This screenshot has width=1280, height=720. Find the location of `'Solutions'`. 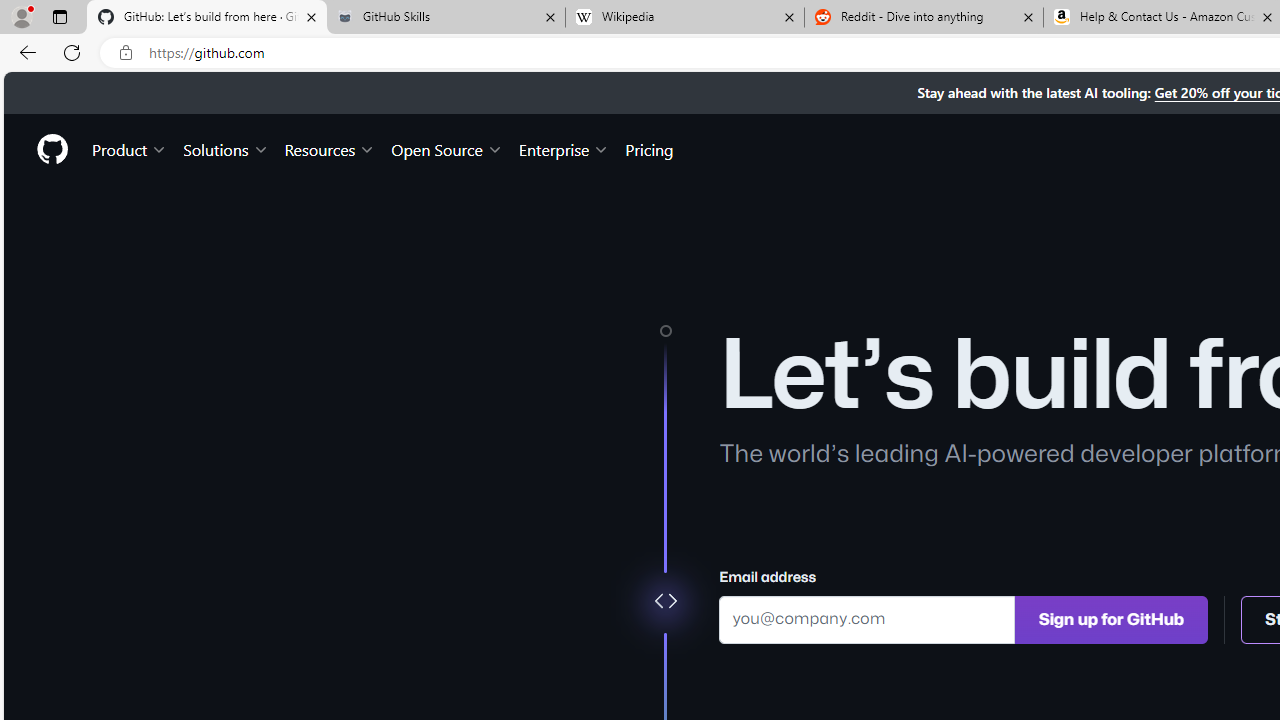

'Solutions' is located at coordinates (225, 148).